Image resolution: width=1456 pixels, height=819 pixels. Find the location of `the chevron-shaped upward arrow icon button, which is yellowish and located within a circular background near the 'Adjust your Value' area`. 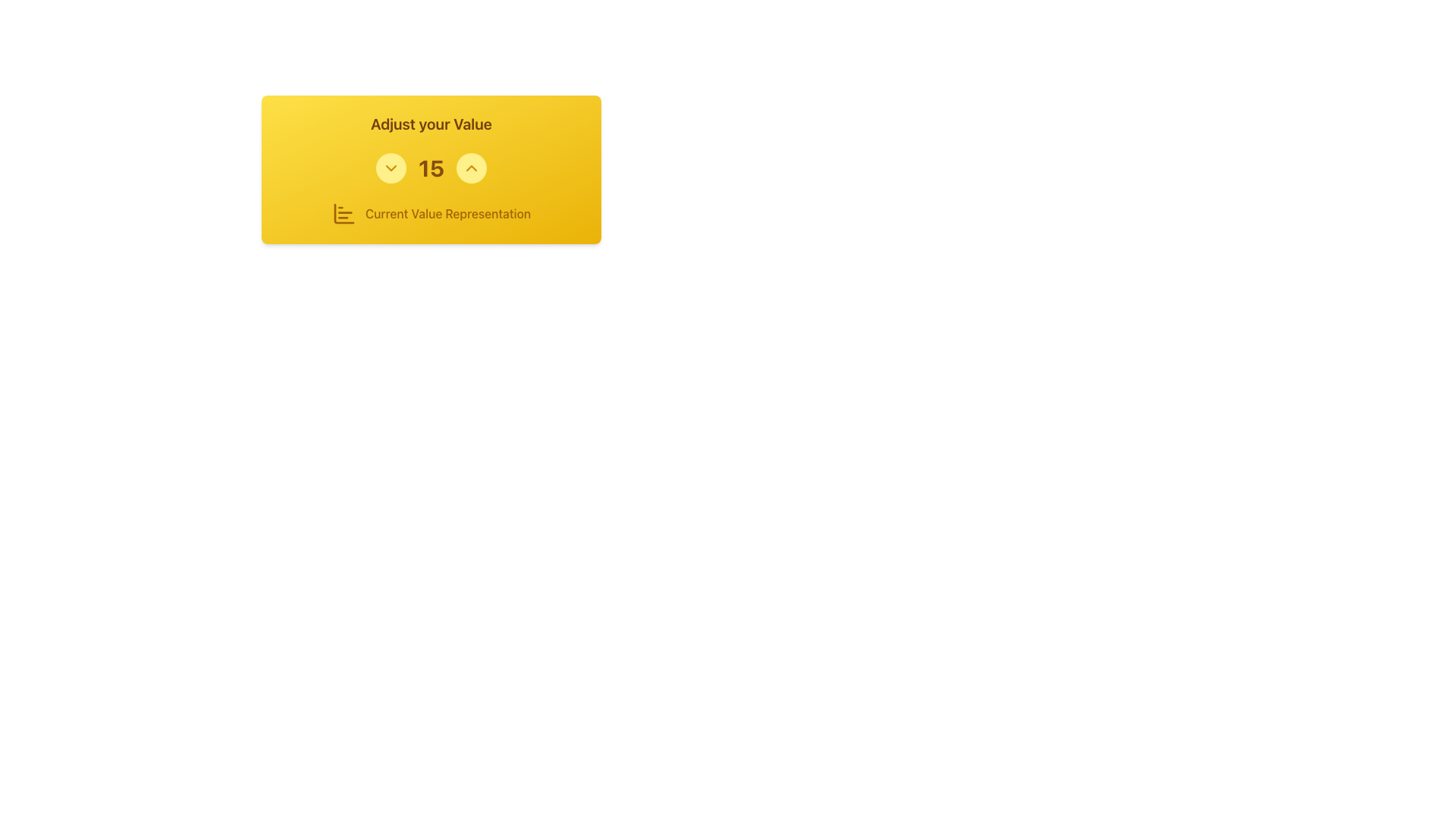

the chevron-shaped upward arrow icon button, which is yellowish and located within a circular background near the 'Adjust your Value' area is located at coordinates (470, 168).